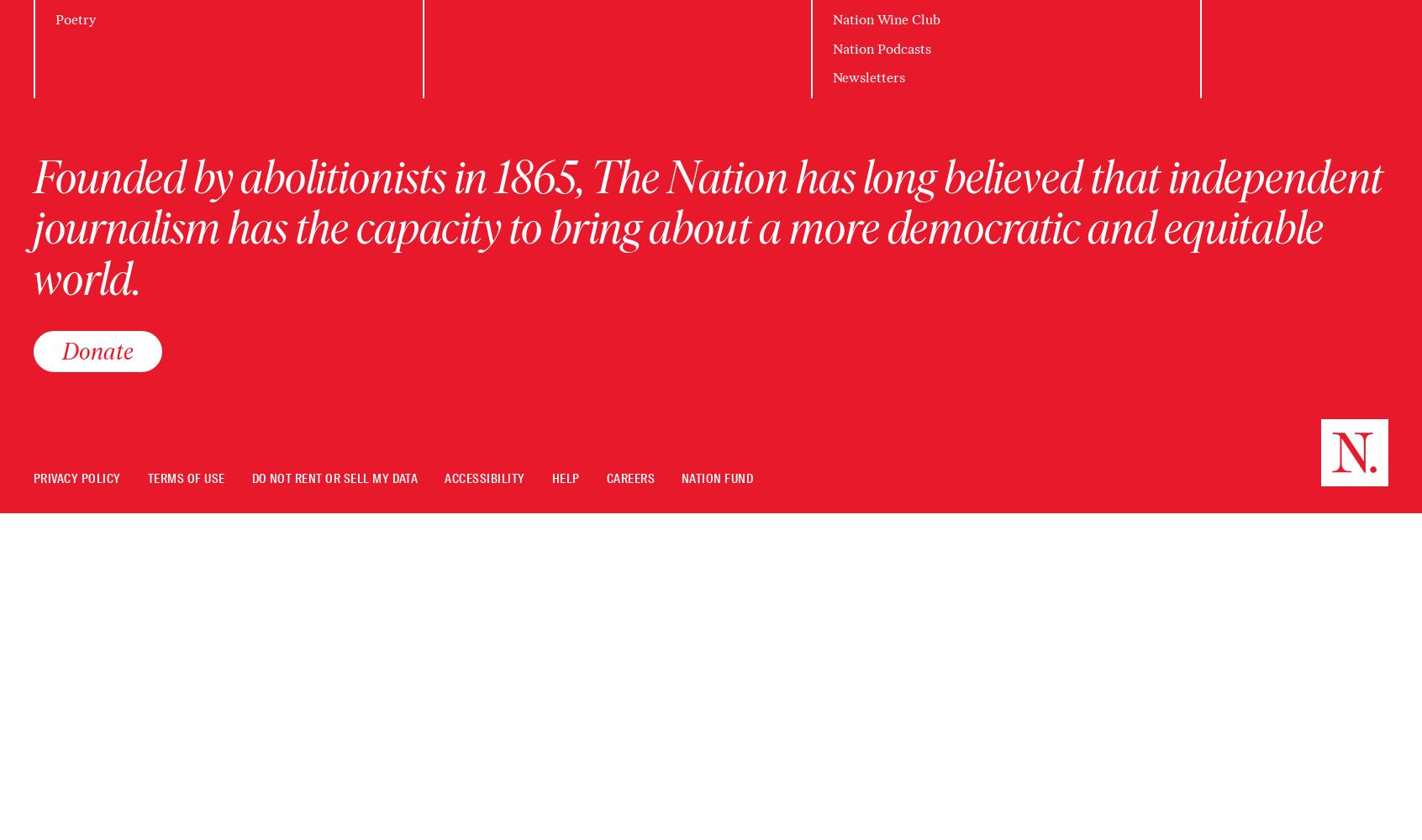 This screenshot has height=840, width=1422. What do you see at coordinates (334, 478) in the screenshot?
I see `'Do Not Rent Or Sell My Data'` at bounding box center [334, 478].